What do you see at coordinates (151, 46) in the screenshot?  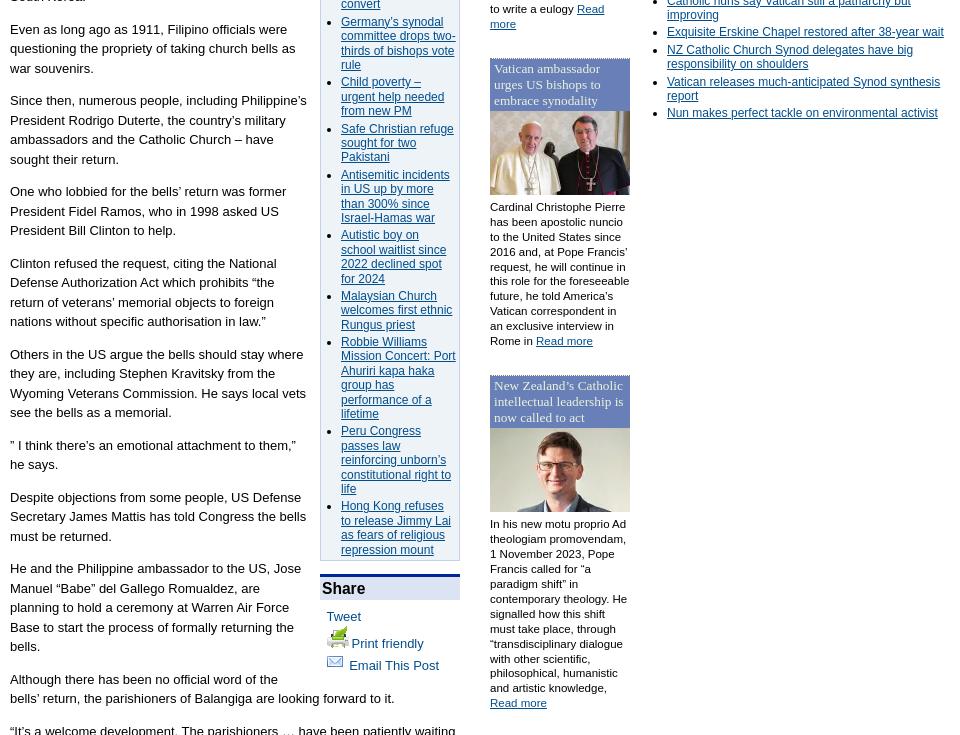 I see `'Even as long ago as 1911, Filipino officials were questioning the propriety of taking church bells as war souvenirs.'` at bounding box center [151, 46].